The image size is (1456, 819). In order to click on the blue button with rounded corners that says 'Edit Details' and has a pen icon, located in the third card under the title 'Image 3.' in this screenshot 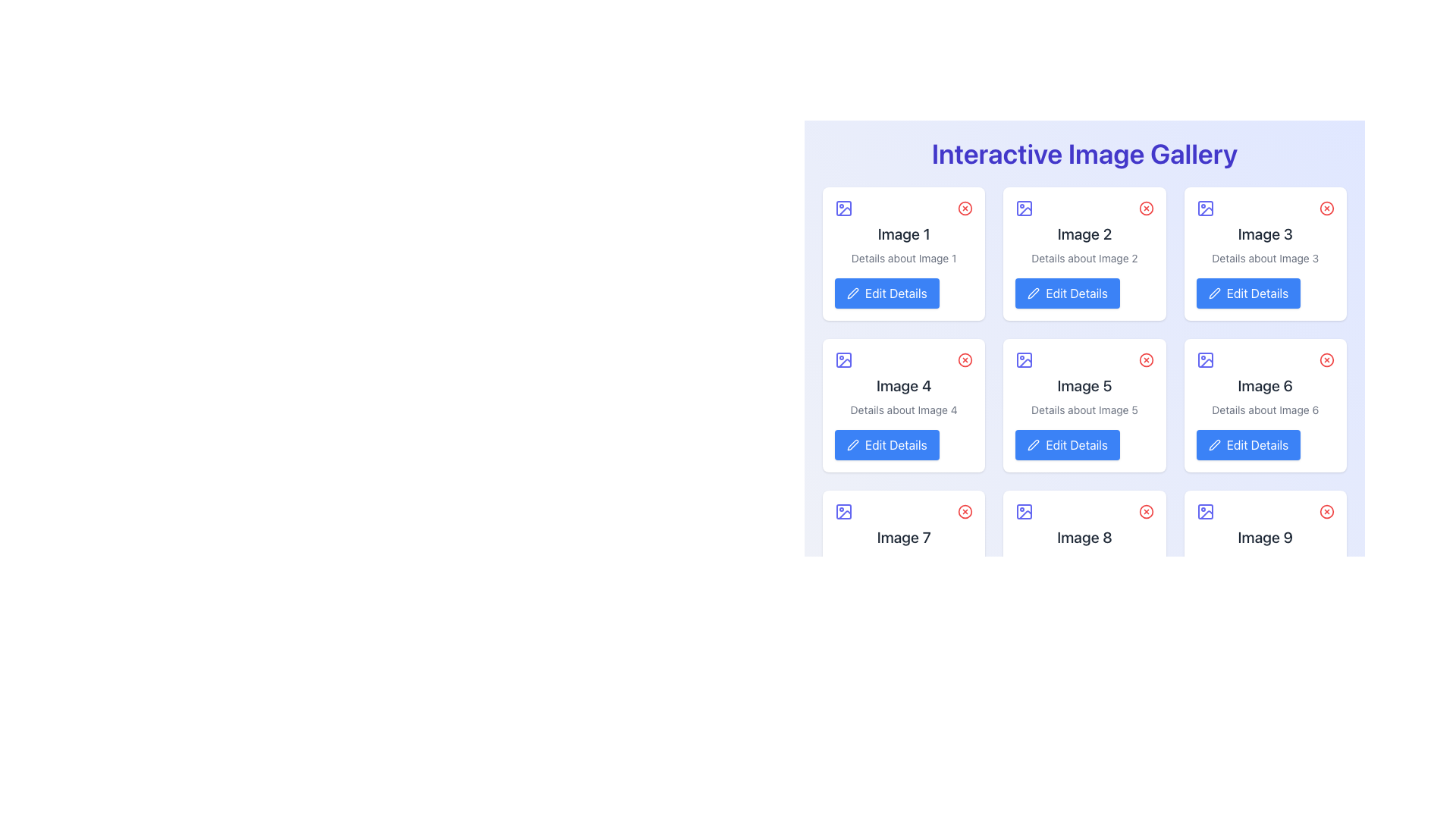, I will do `click(1248, 293)`.